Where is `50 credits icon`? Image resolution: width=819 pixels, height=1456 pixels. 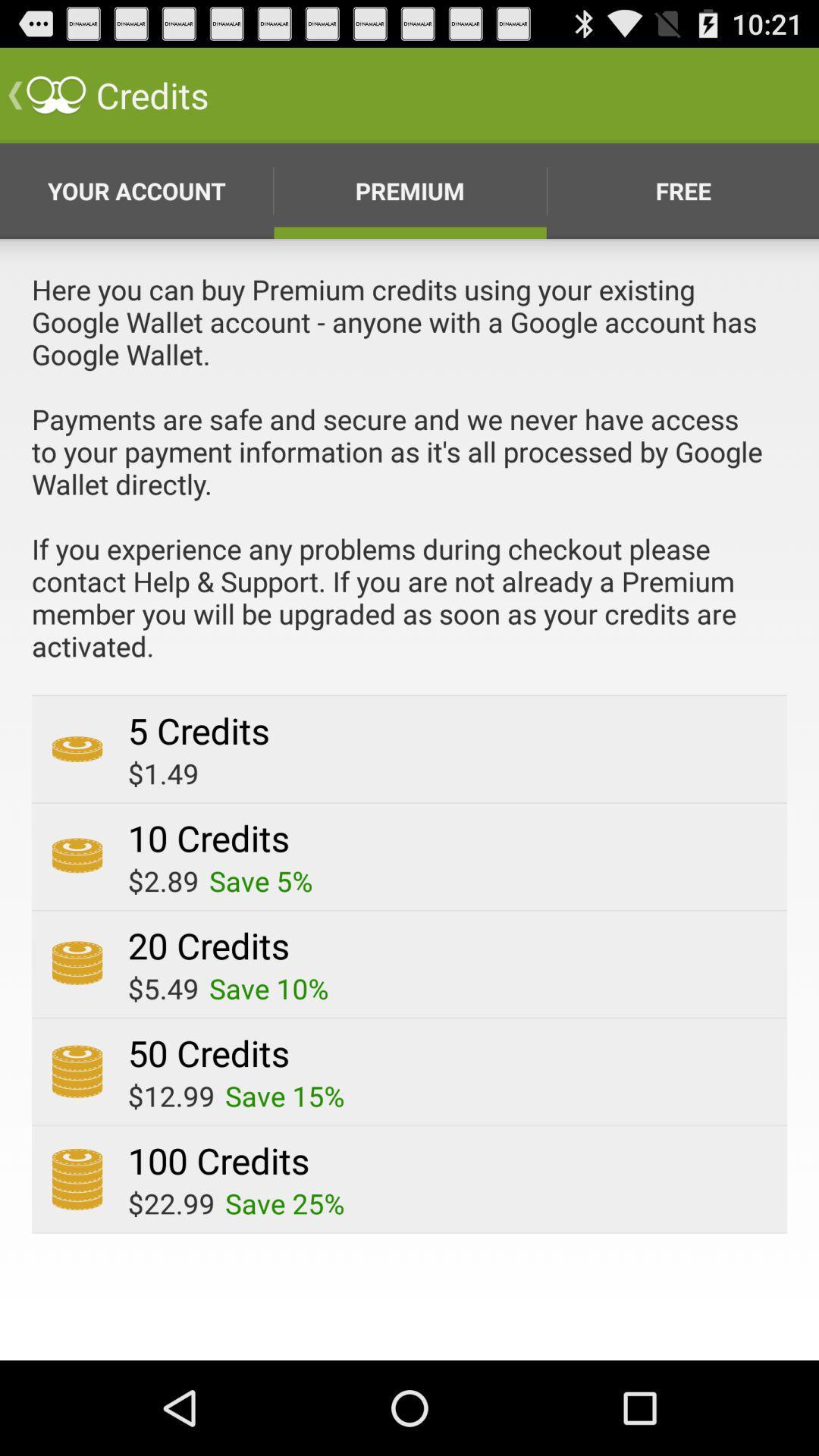 50 credits icon is located at coordinates (209, 1052).